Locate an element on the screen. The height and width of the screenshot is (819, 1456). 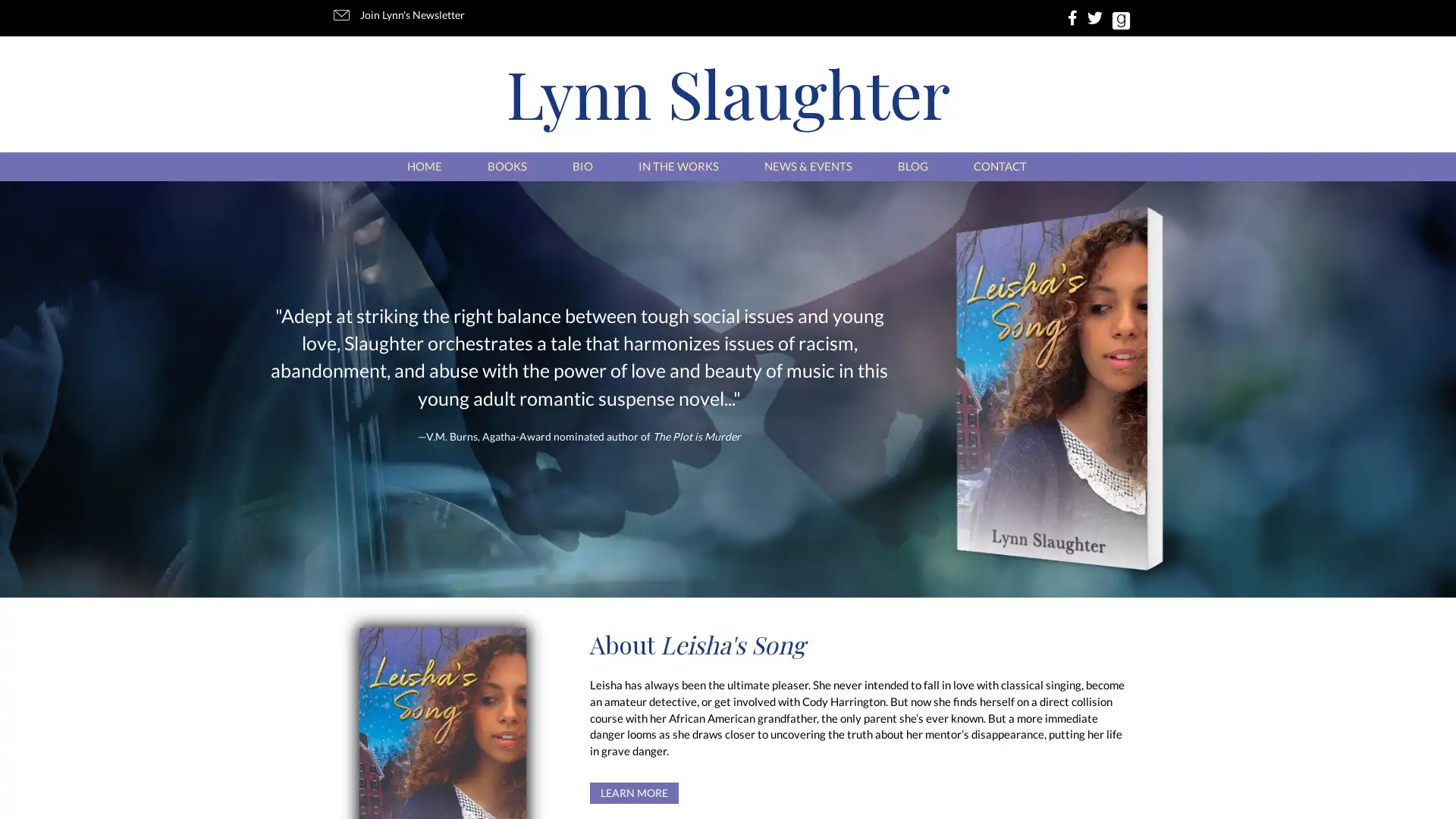
Join Lynn's Newsletter is located at coordinates (401, 15).